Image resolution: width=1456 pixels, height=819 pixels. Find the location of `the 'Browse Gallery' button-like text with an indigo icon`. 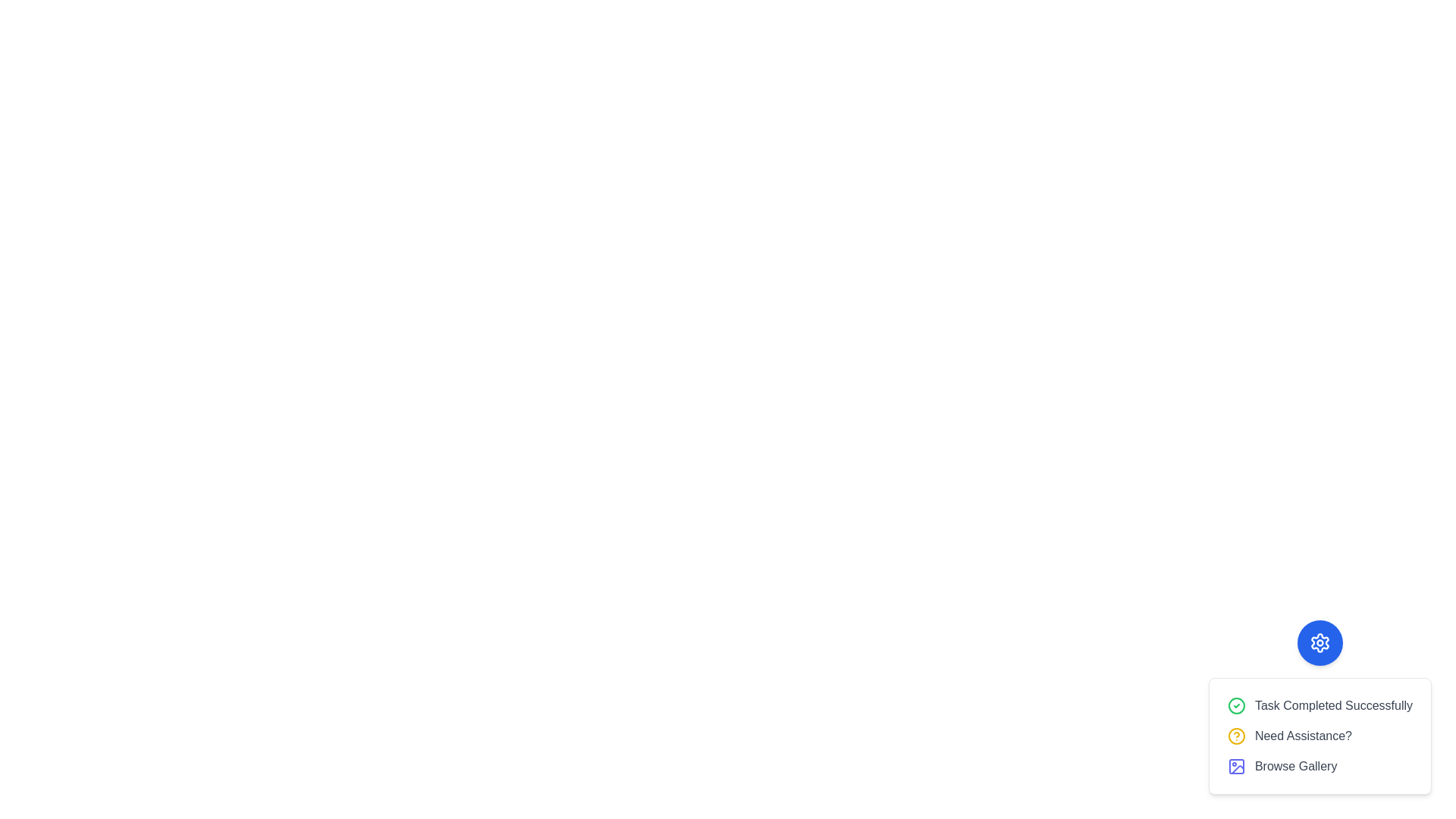

the 'Browse Gallery' button-like text with an indigo icon is located at coordinates (1318, 766).